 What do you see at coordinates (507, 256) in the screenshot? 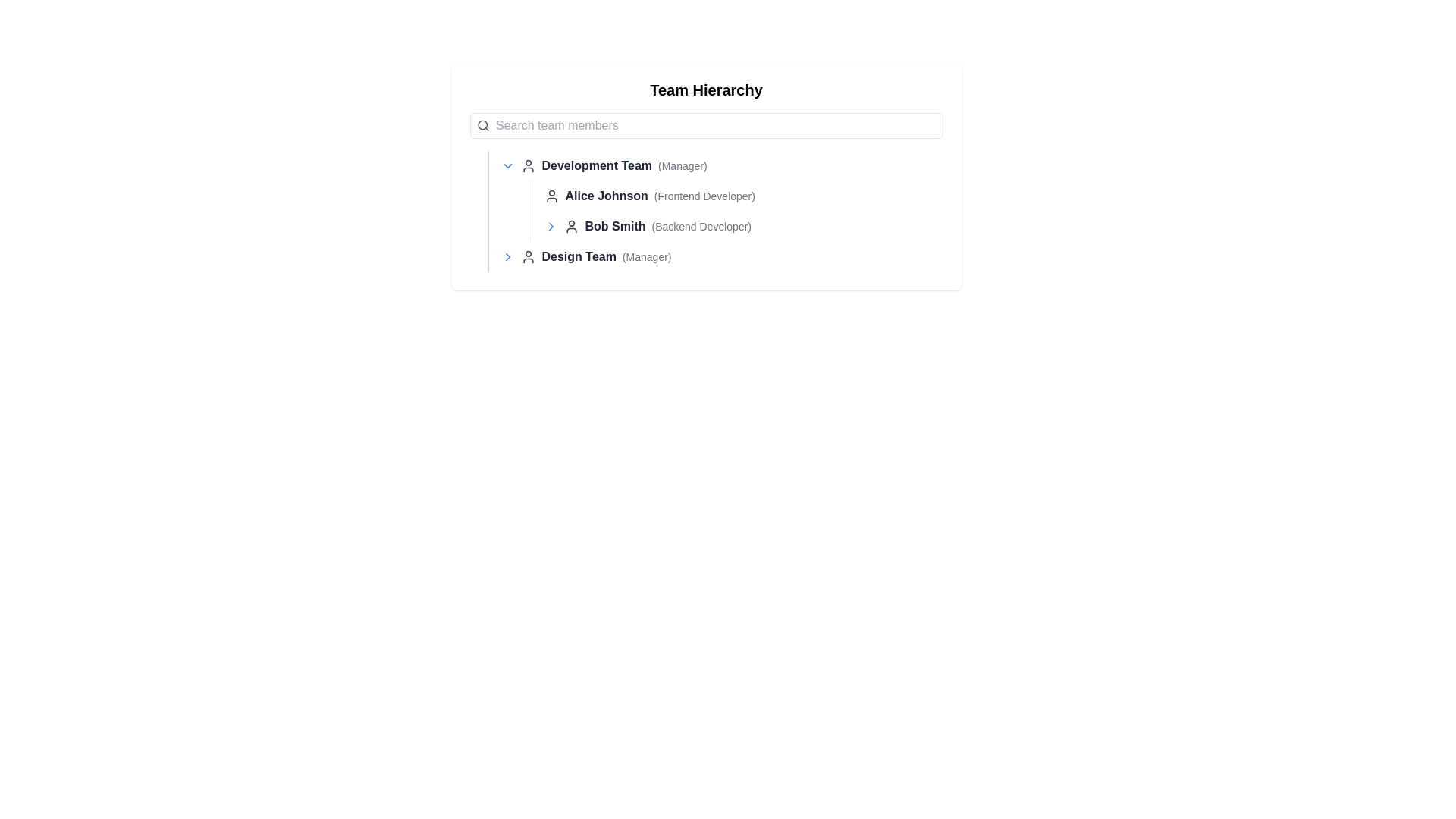
I see `the rightward-pointing blue chevron icon next to the user icon and 'Design Team (Manager)' text to trigger a tooltip` at bounding box center [507, 256].